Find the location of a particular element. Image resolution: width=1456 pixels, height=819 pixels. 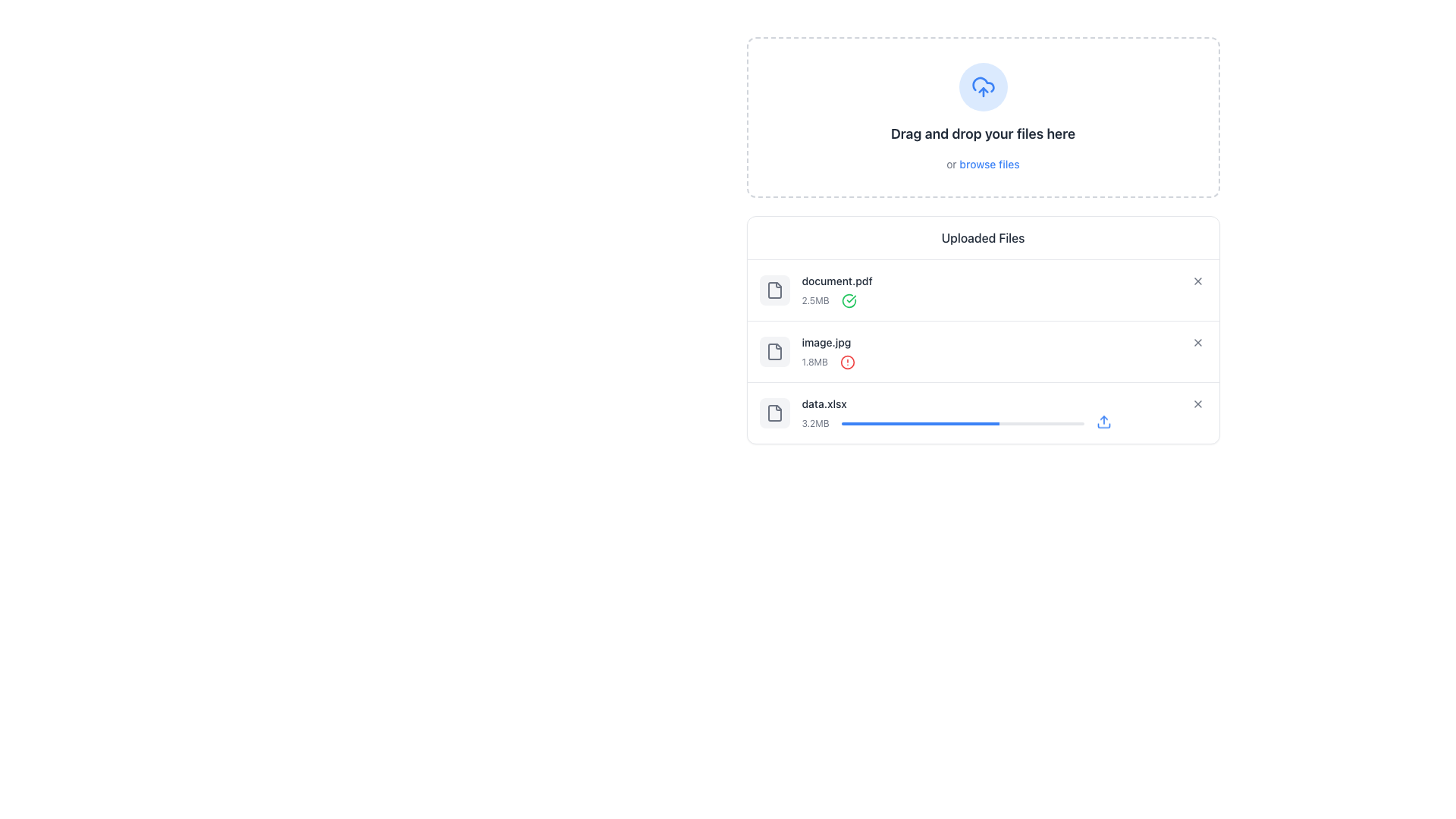

the button that allows users to remove the 'data.xlsx' file from the uploaded files list to change its background style is located at coordinates (1197, 403).